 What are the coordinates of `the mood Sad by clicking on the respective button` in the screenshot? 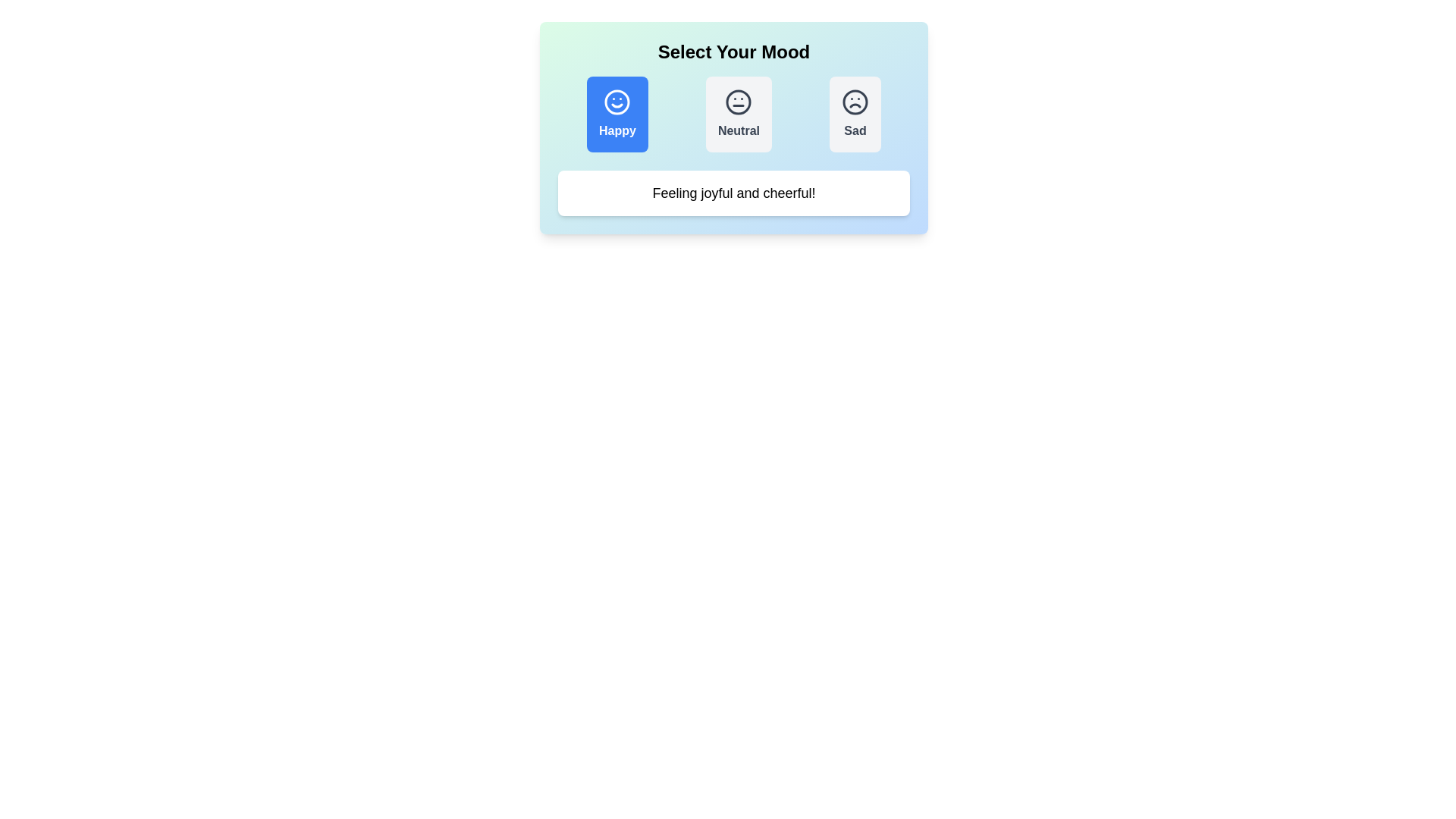 It's located at (855, 113).